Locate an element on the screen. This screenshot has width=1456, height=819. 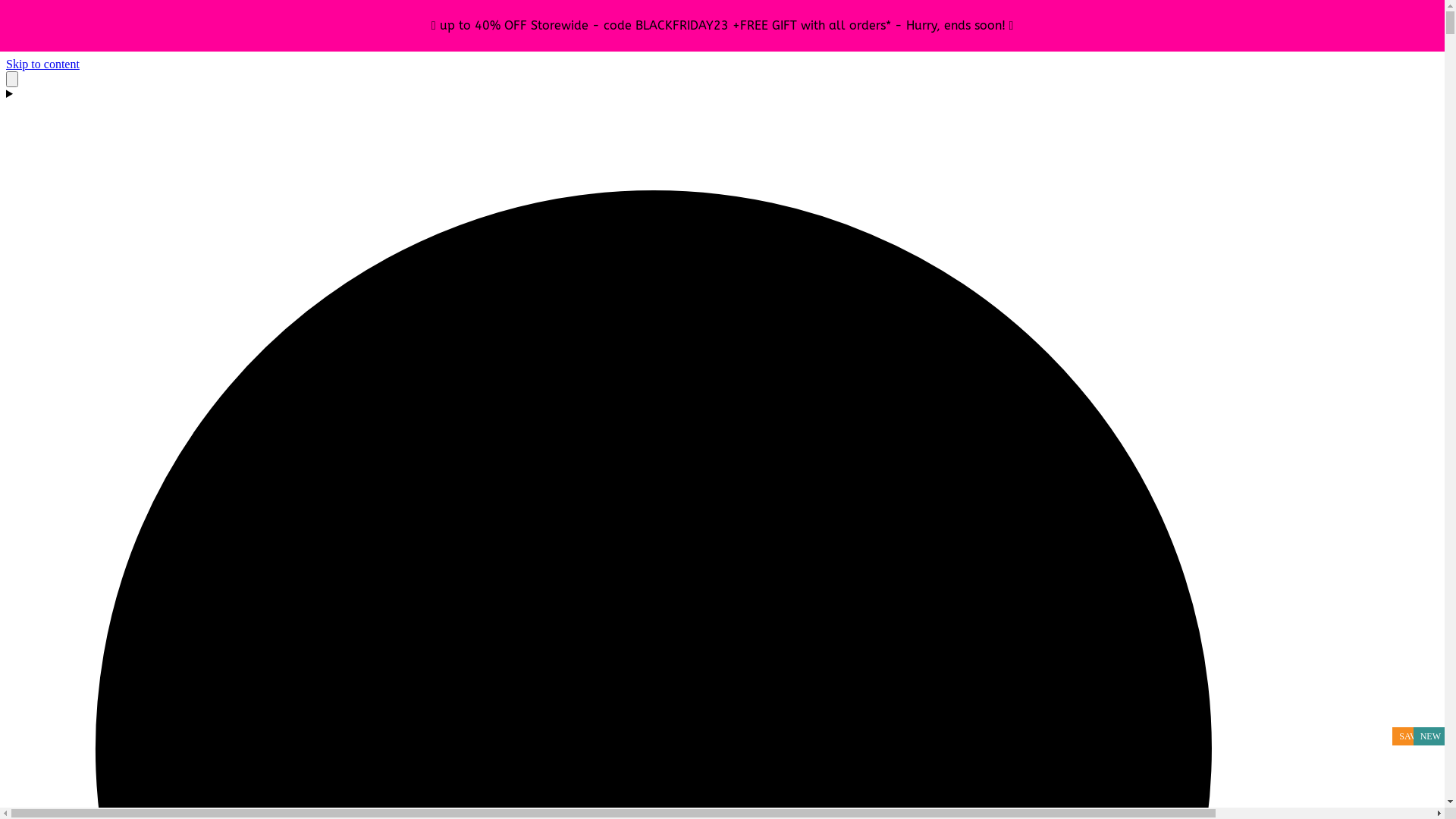
'Skip to content' is located at coordinates (42, 63).